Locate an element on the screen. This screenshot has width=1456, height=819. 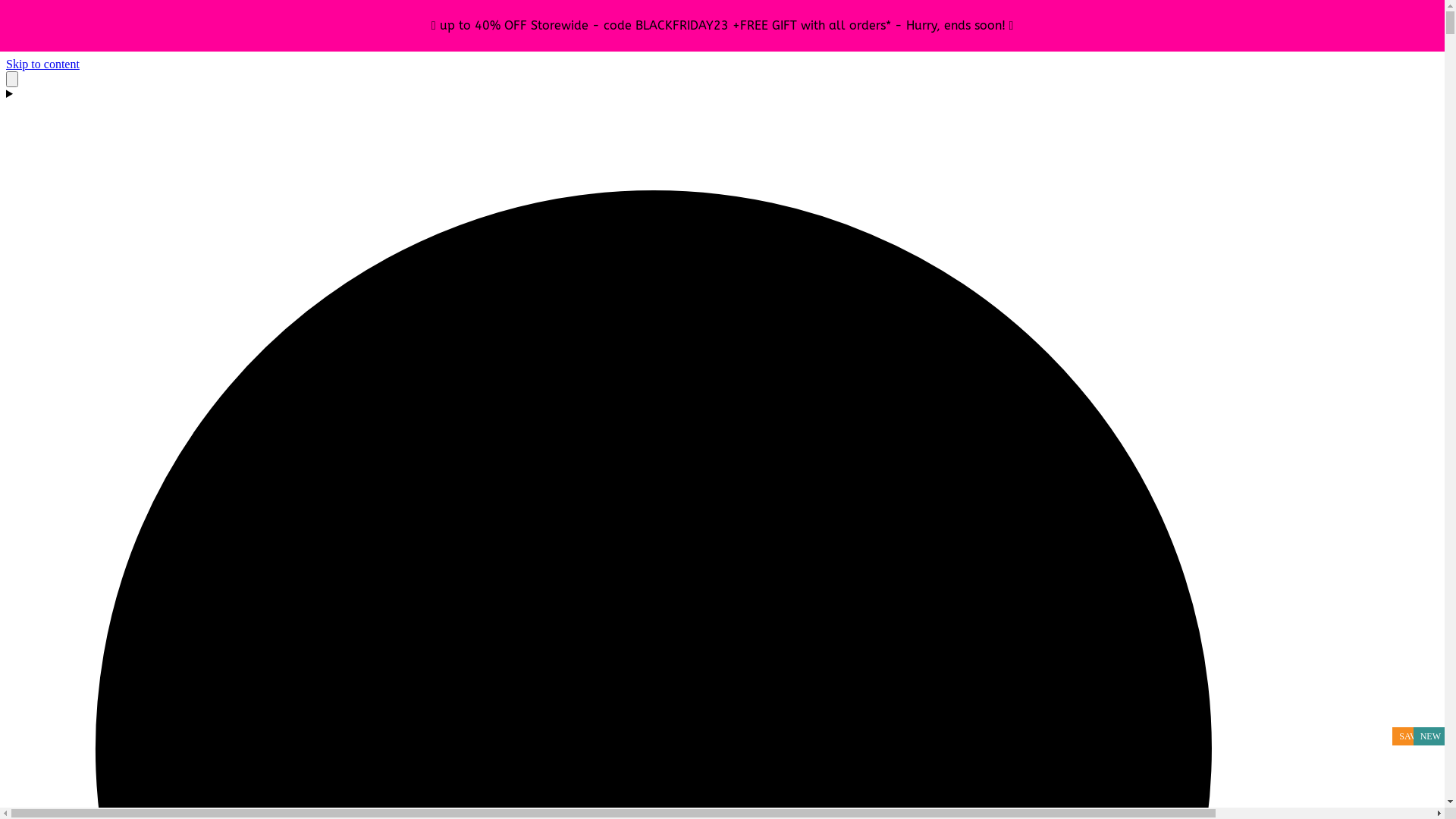
'Skip to content' is located at coordinates (42, 63).